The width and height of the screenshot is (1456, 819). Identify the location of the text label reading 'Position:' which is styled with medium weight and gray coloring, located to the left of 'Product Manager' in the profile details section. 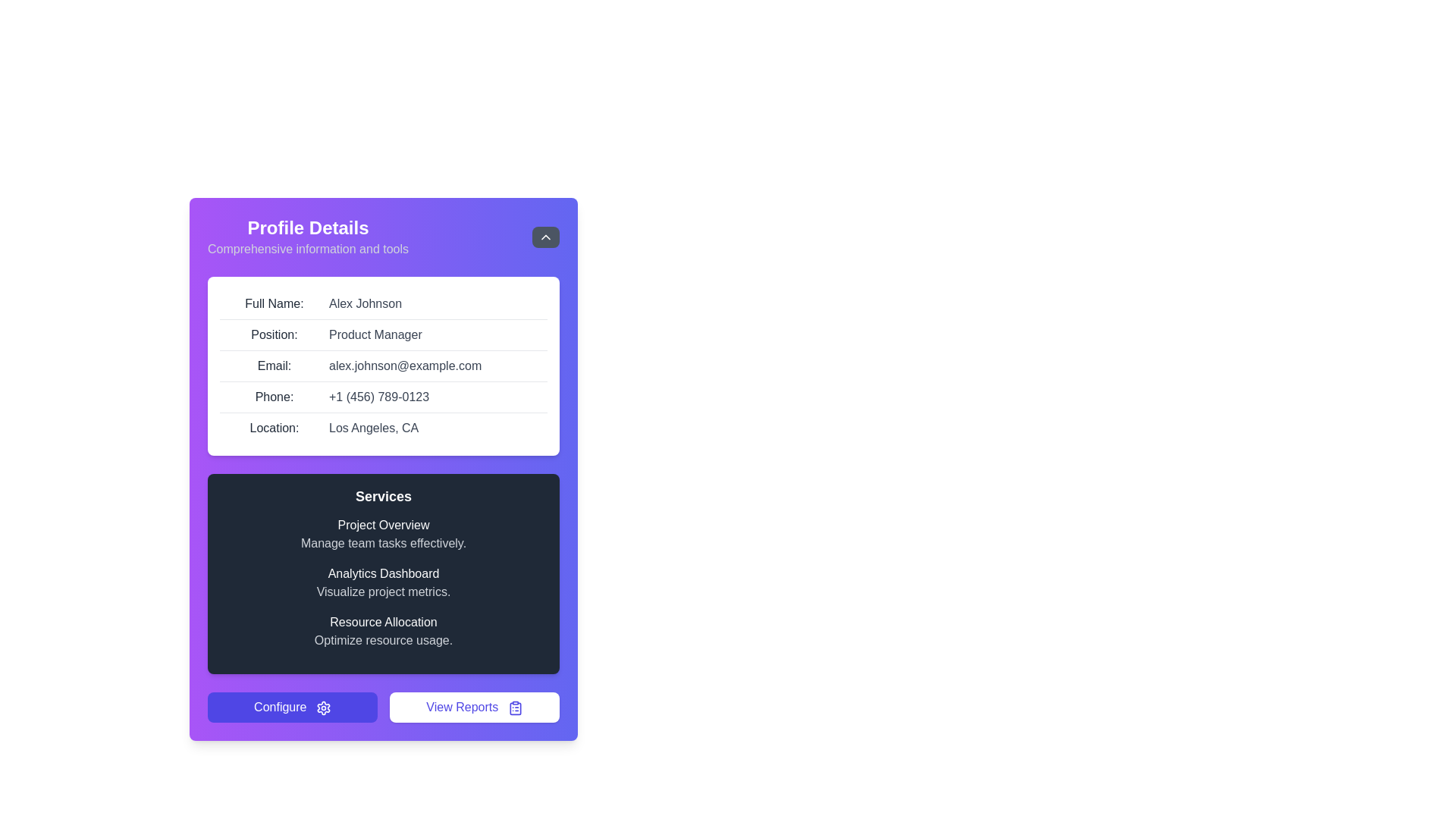
(274, 334).